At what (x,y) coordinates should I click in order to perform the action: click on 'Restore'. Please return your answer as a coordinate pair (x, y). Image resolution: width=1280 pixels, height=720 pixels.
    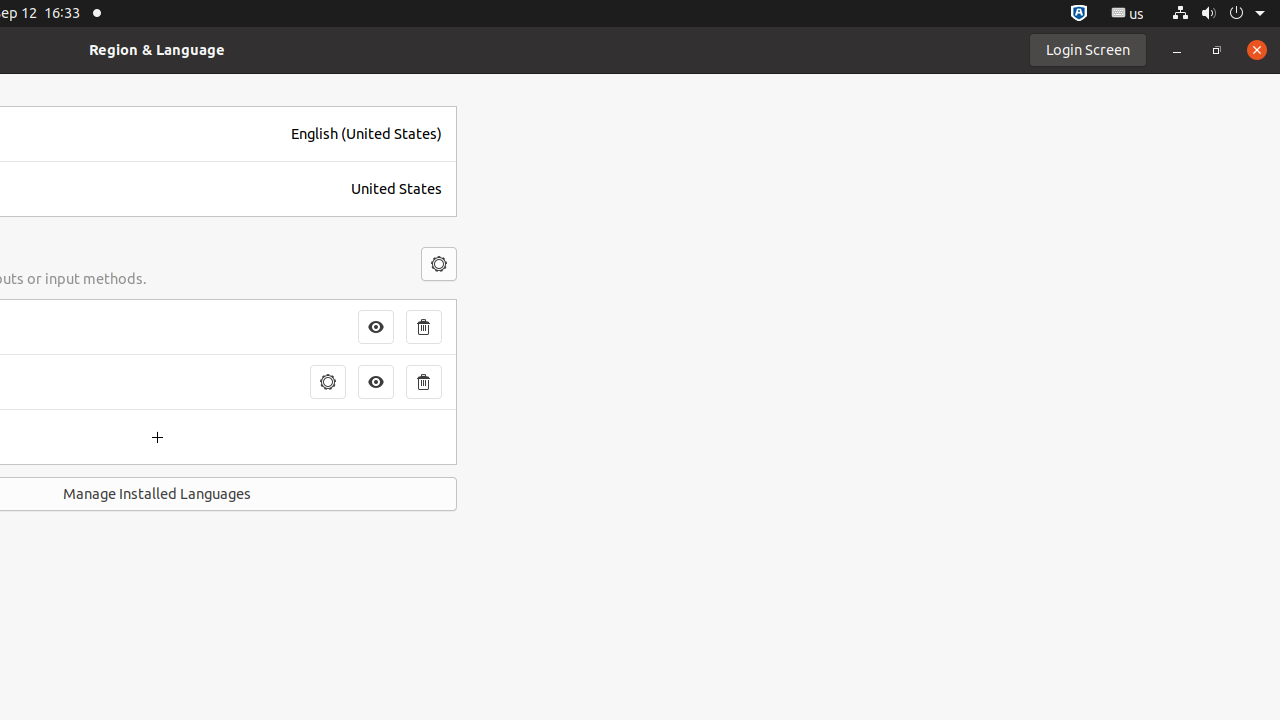
    Looking at the image, I should click on (1216, 48).